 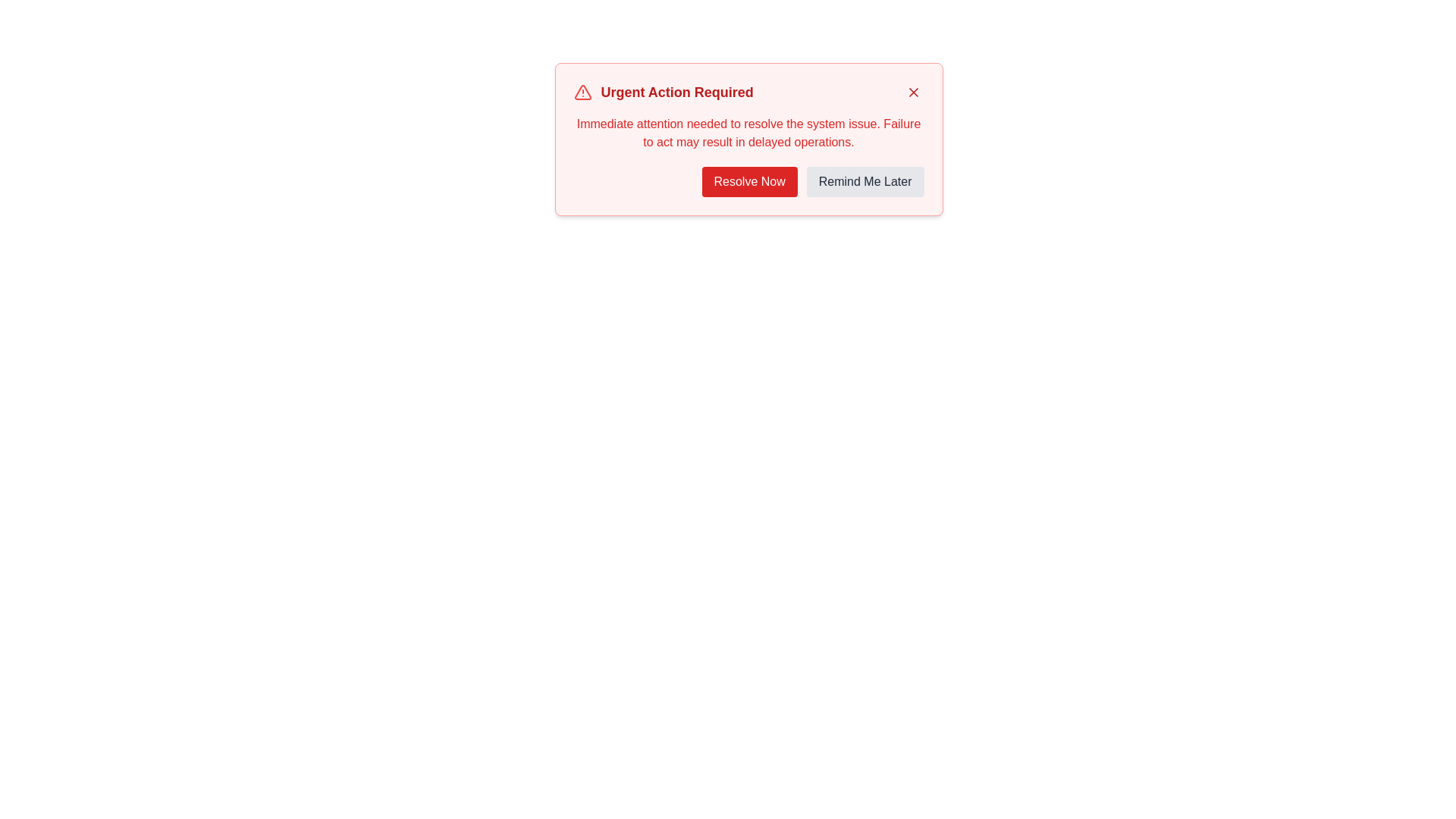 What do you see at coordinates (912, 93) in the screenshot?
I see `the Close Button located in the top-right corner of the alert box` at bounding box center [912, 93].